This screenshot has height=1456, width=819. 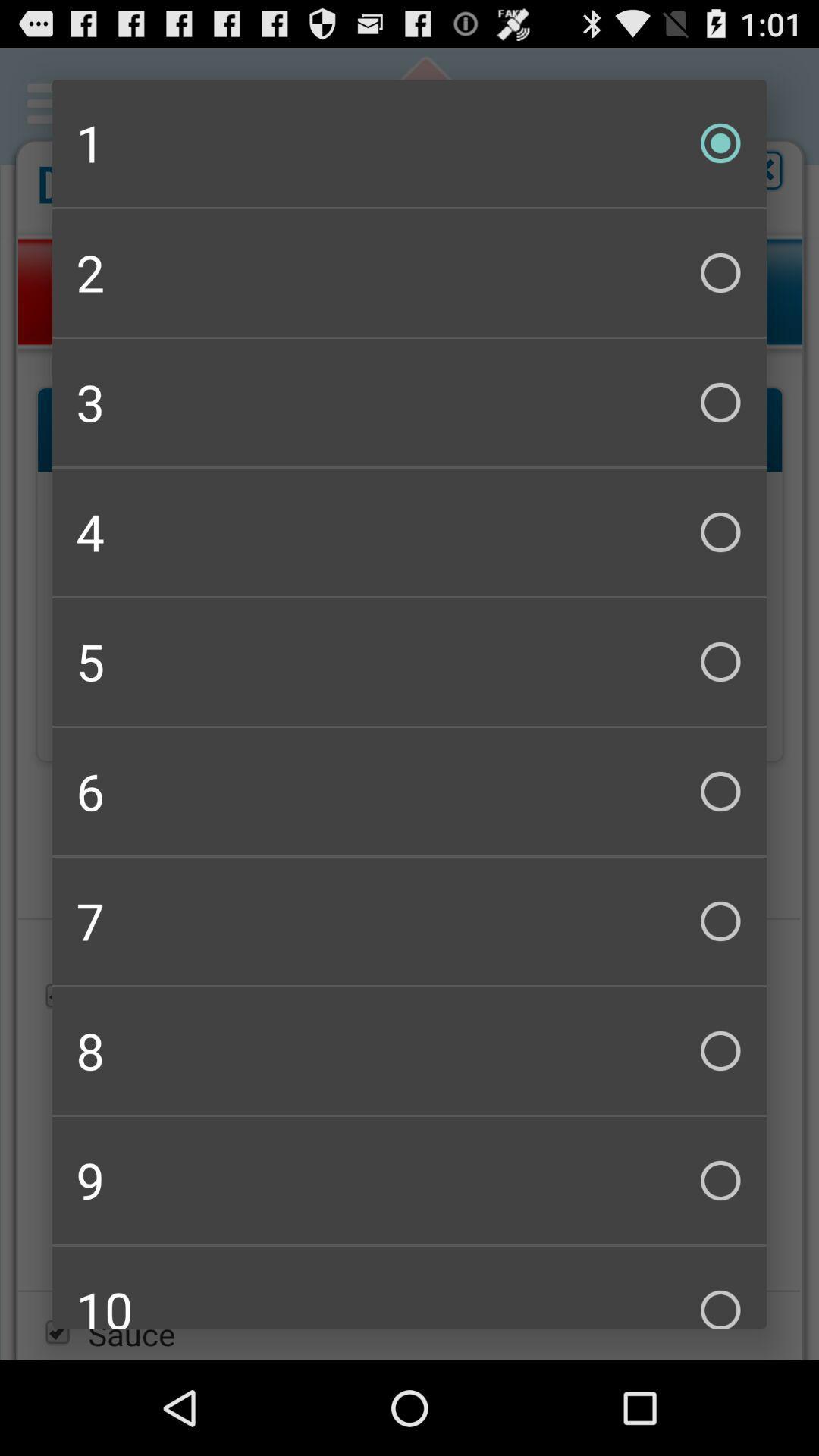 What do you see at coordinates (409, 403) in the screenshot?
I see `item below the 2 icon` at bounding box center [409, 403].